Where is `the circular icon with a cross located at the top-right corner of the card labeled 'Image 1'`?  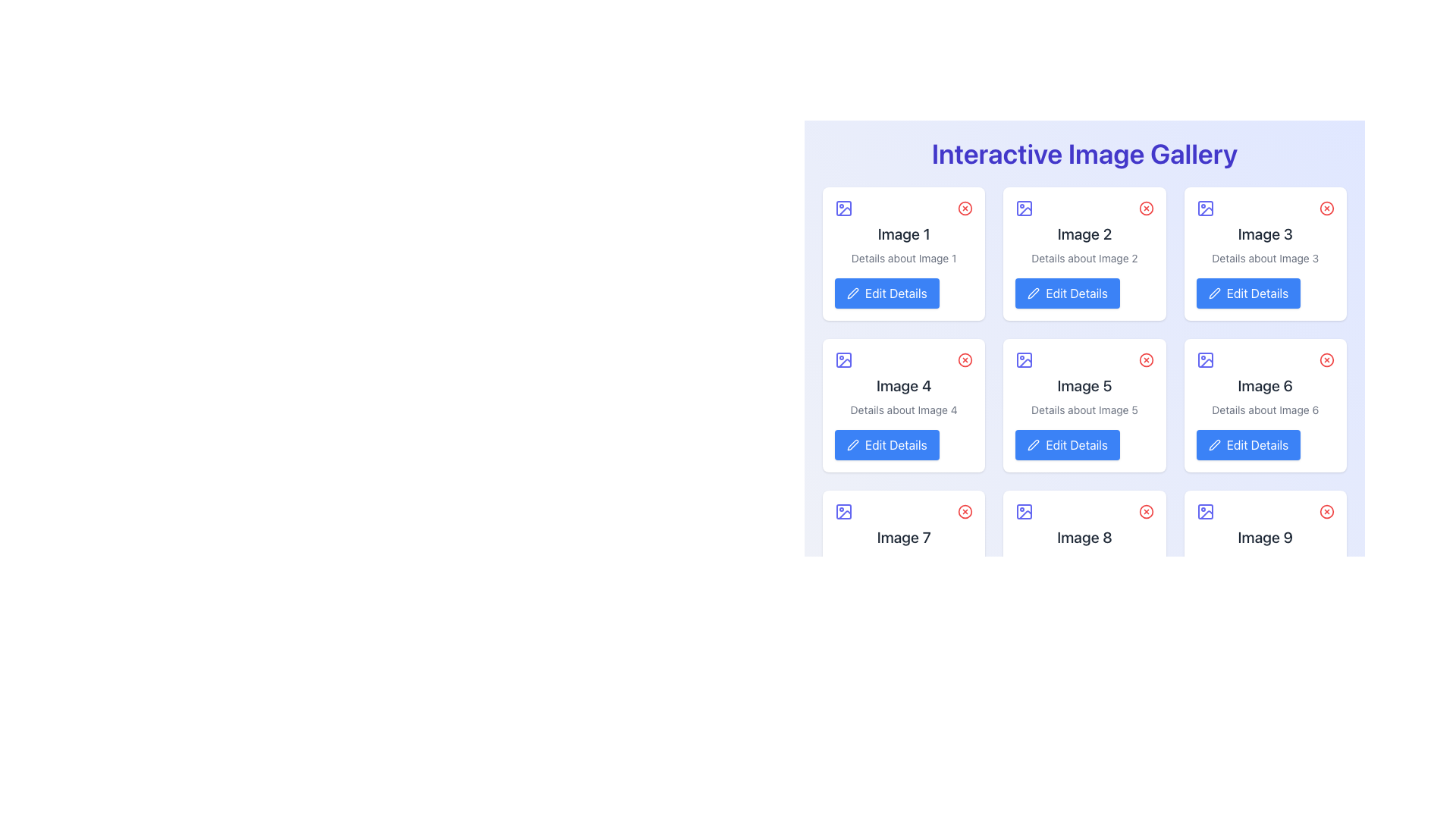 the circular icon with a cross located at the top-right corner of the card labeled 'Image 1' is located at coordinates (965, 208).